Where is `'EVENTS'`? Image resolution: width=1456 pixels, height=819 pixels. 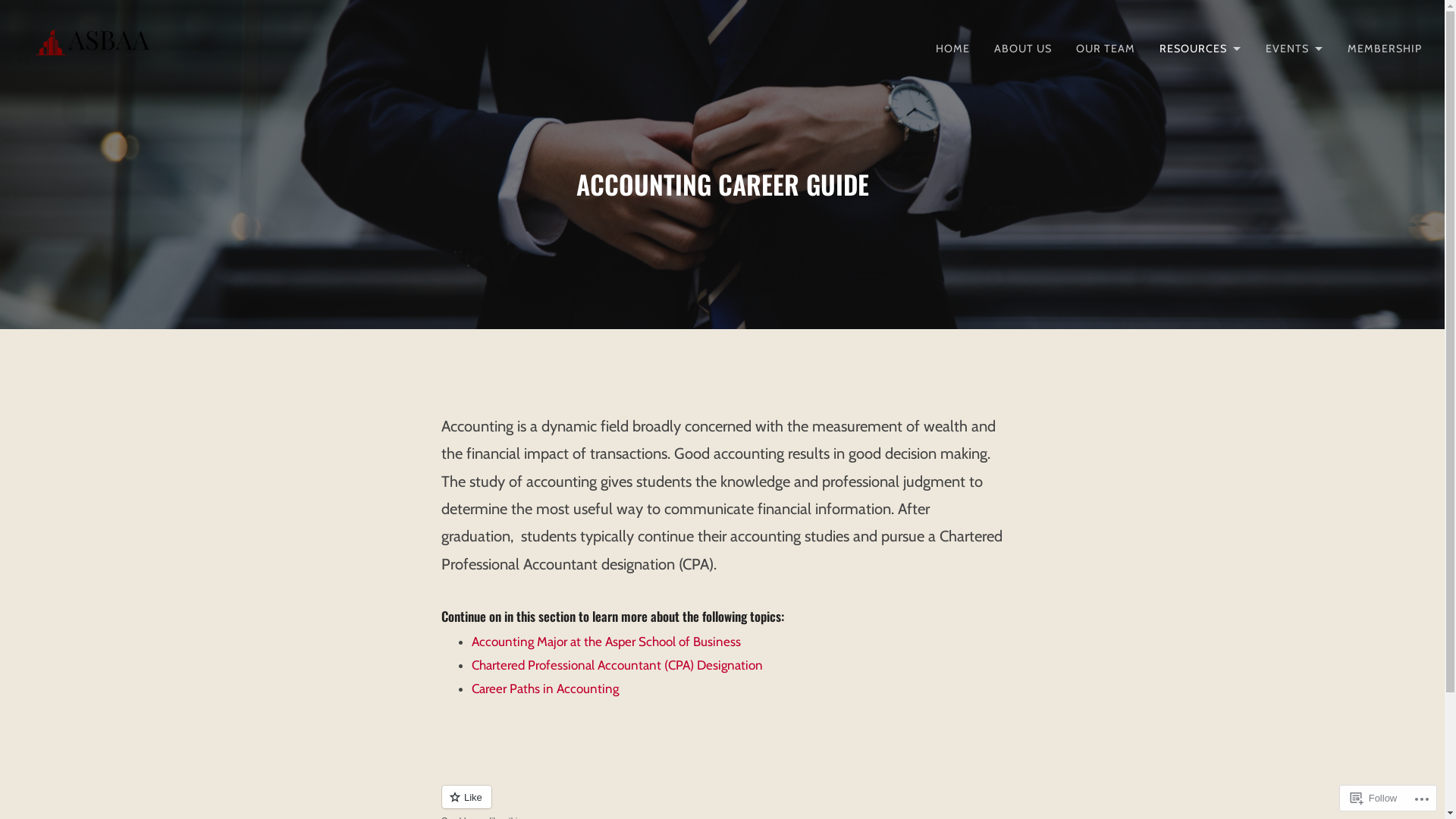
'EVENTS' is located at coordinates (1294, 48).